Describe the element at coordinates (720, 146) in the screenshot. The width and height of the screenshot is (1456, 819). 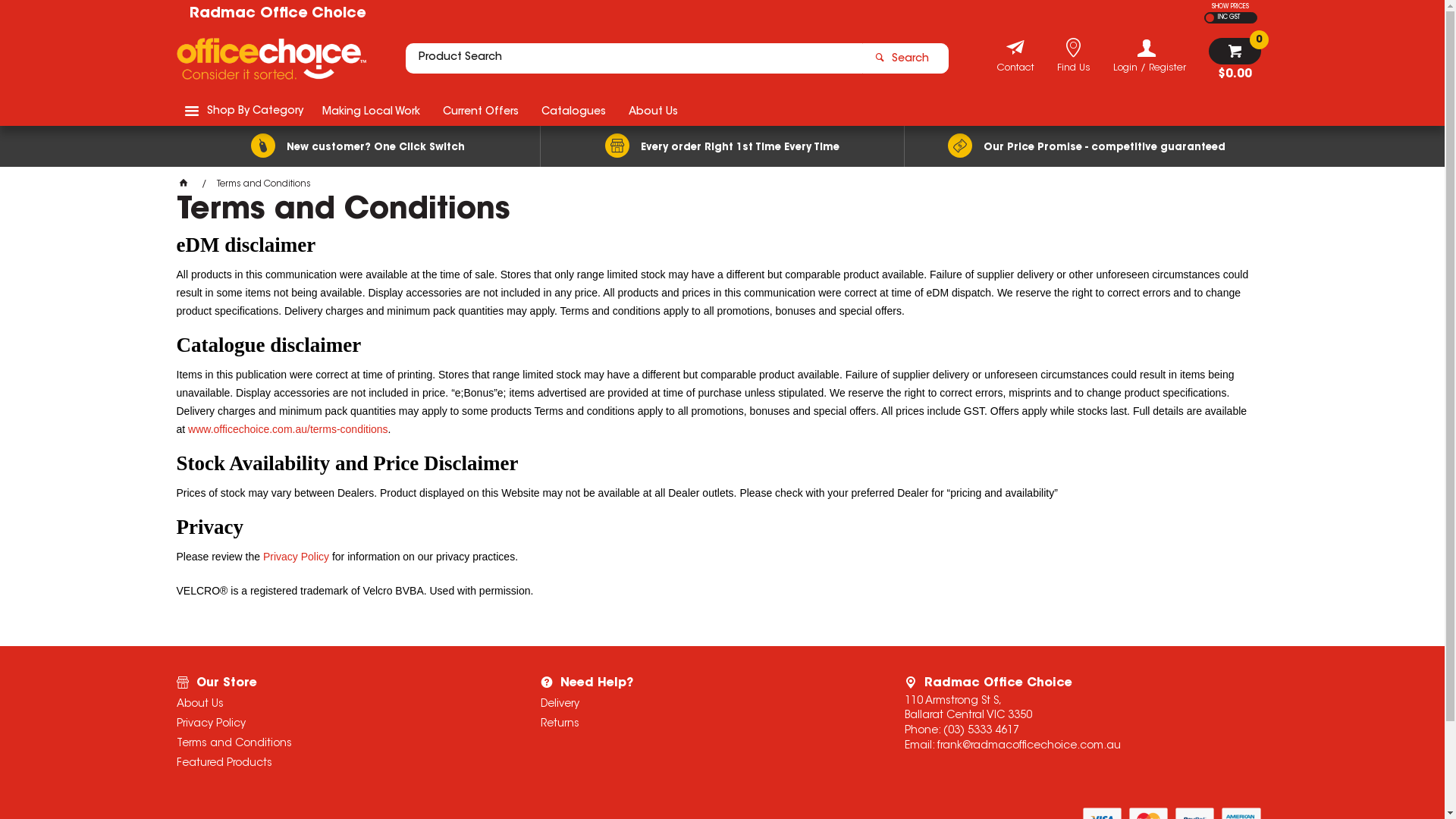
I see `'Every order Right 1st Time Every Time'` at that location.